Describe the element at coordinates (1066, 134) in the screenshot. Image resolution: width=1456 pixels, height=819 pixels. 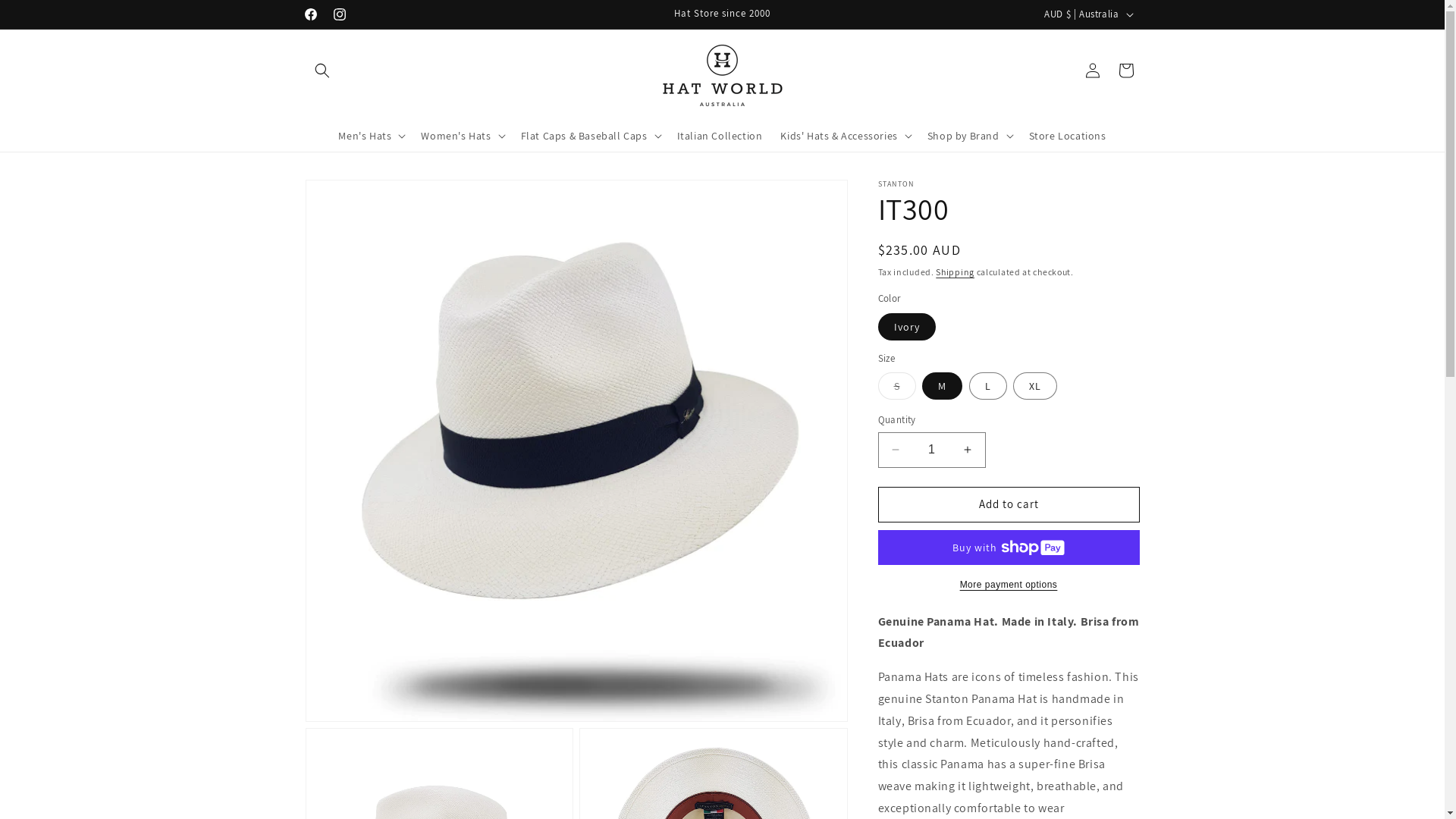
I see `'Store Locations'` at that location.